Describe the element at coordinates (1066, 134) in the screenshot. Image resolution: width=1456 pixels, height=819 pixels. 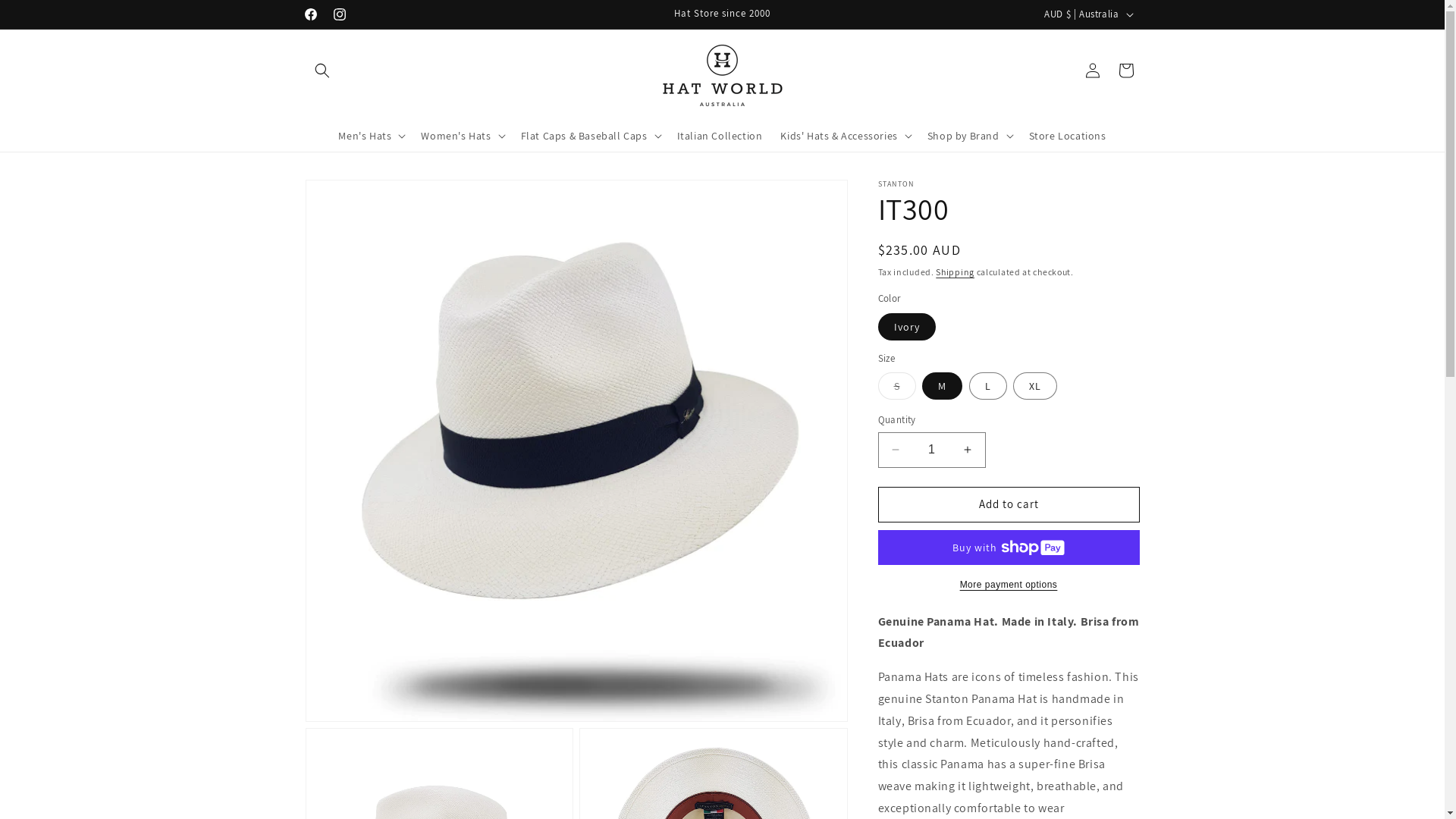
I see `'Store Locations'` at that location.